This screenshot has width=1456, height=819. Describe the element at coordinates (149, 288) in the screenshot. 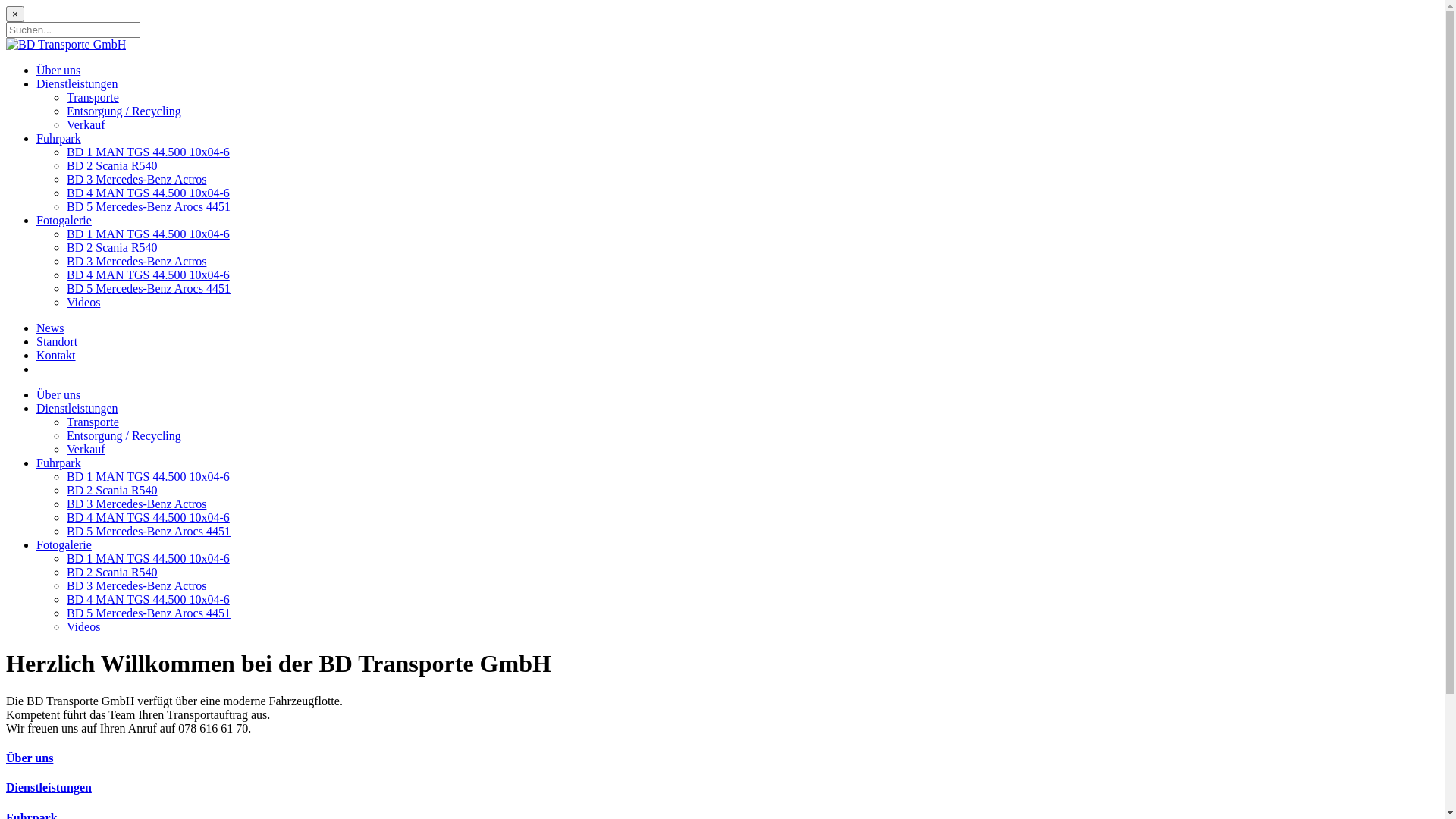

I see `'BD 5 Mercedes-Benz Arocs 4451'` at that location.